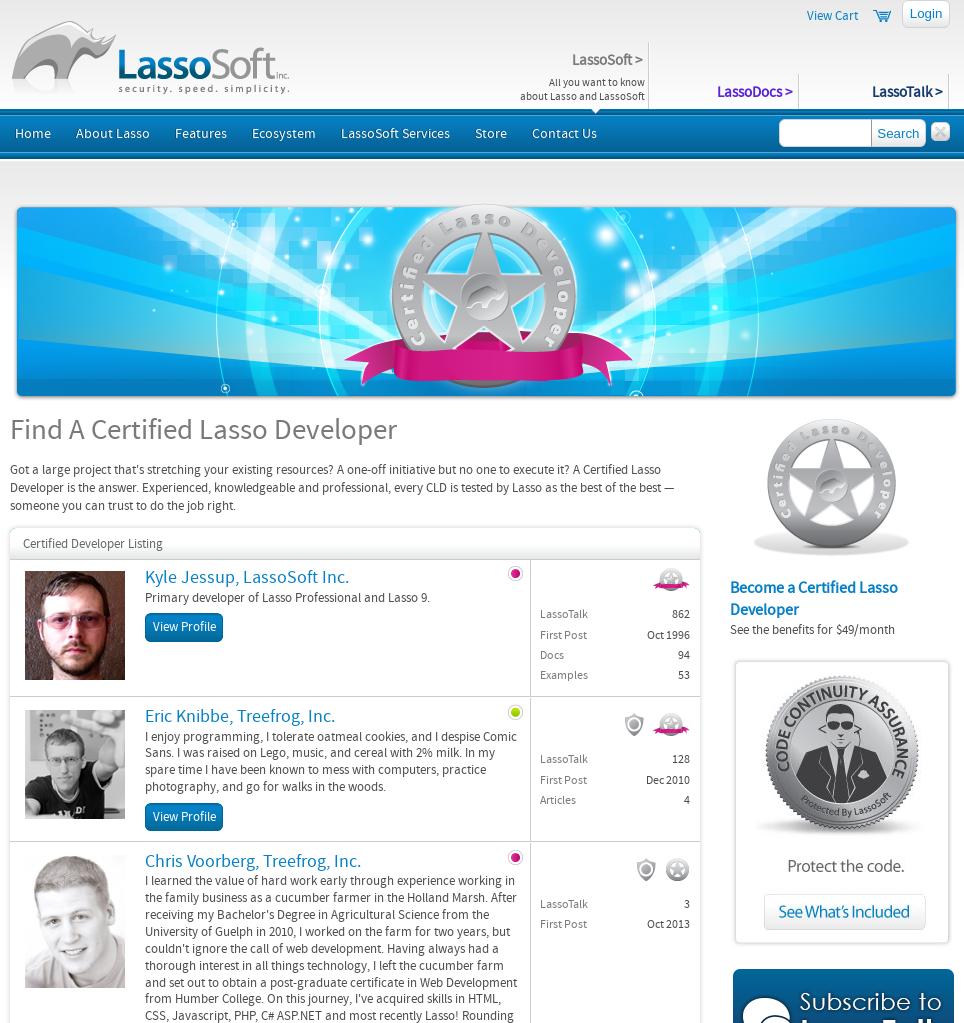  What do you see at coordinates (563, 133) in the screenshot?
I see `'Contact Us'` at bounding box center [563, 133].